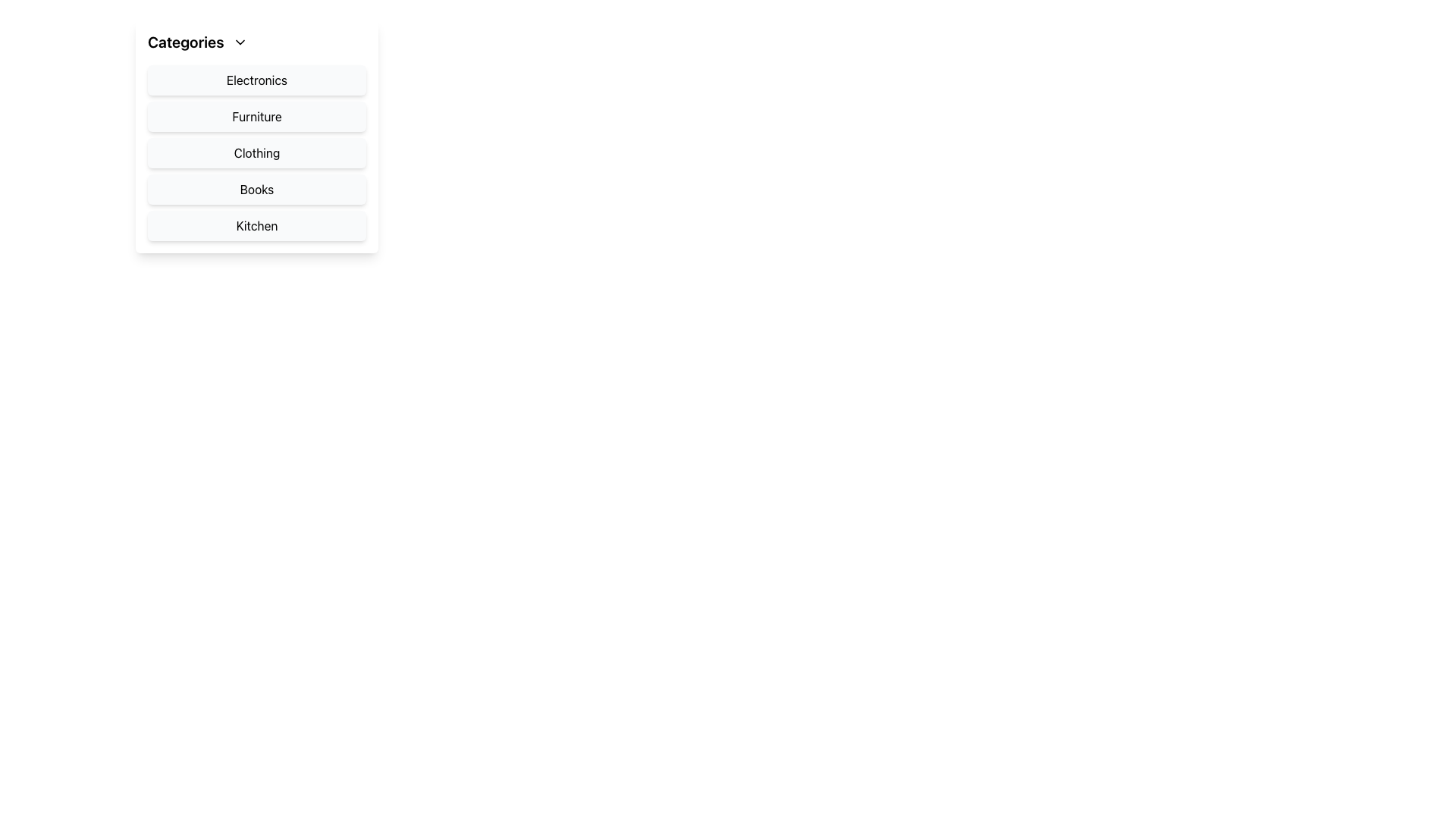 This screenshot has width=1456, height=819. Describe the element at coordinates (257, 225) in the screenshot. I see `the 'Kitchen' button, which is the fifth button in a vertical stack under the 'Categories' section` at that location.